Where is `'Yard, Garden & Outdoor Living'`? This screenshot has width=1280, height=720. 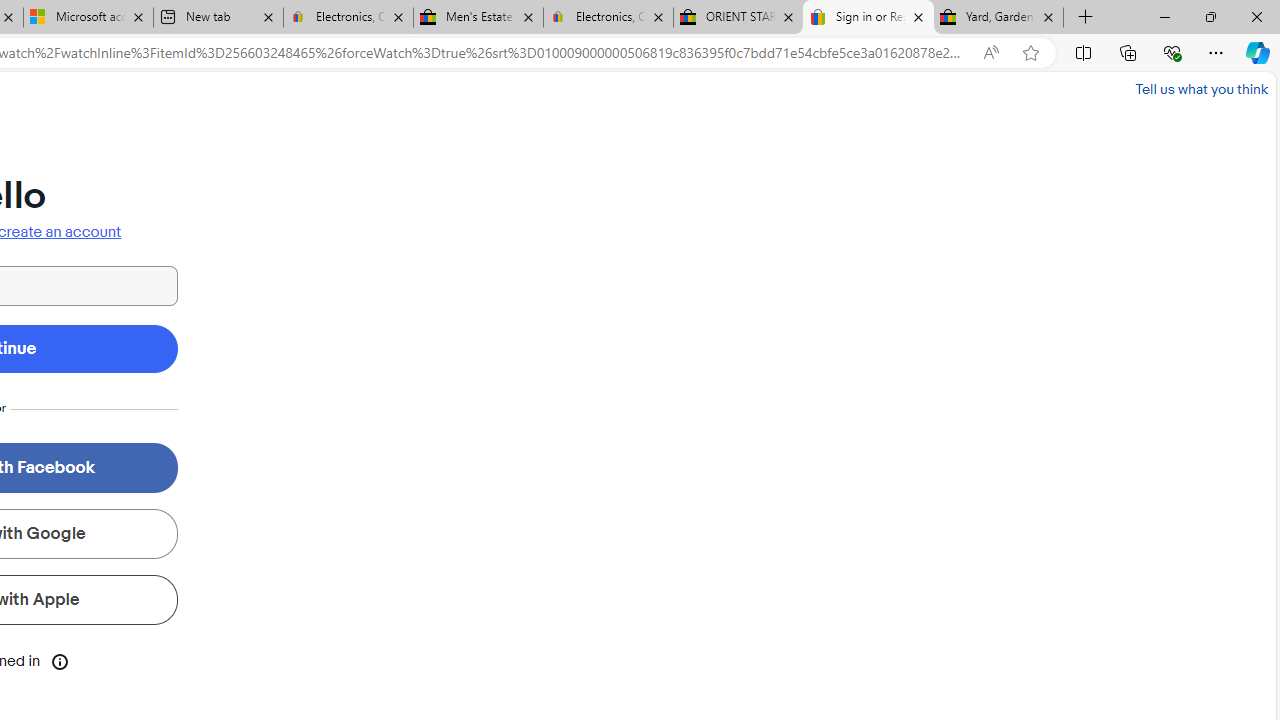 'Yard, Garden & Outdoor Living' is located at coordinates (999, 17).